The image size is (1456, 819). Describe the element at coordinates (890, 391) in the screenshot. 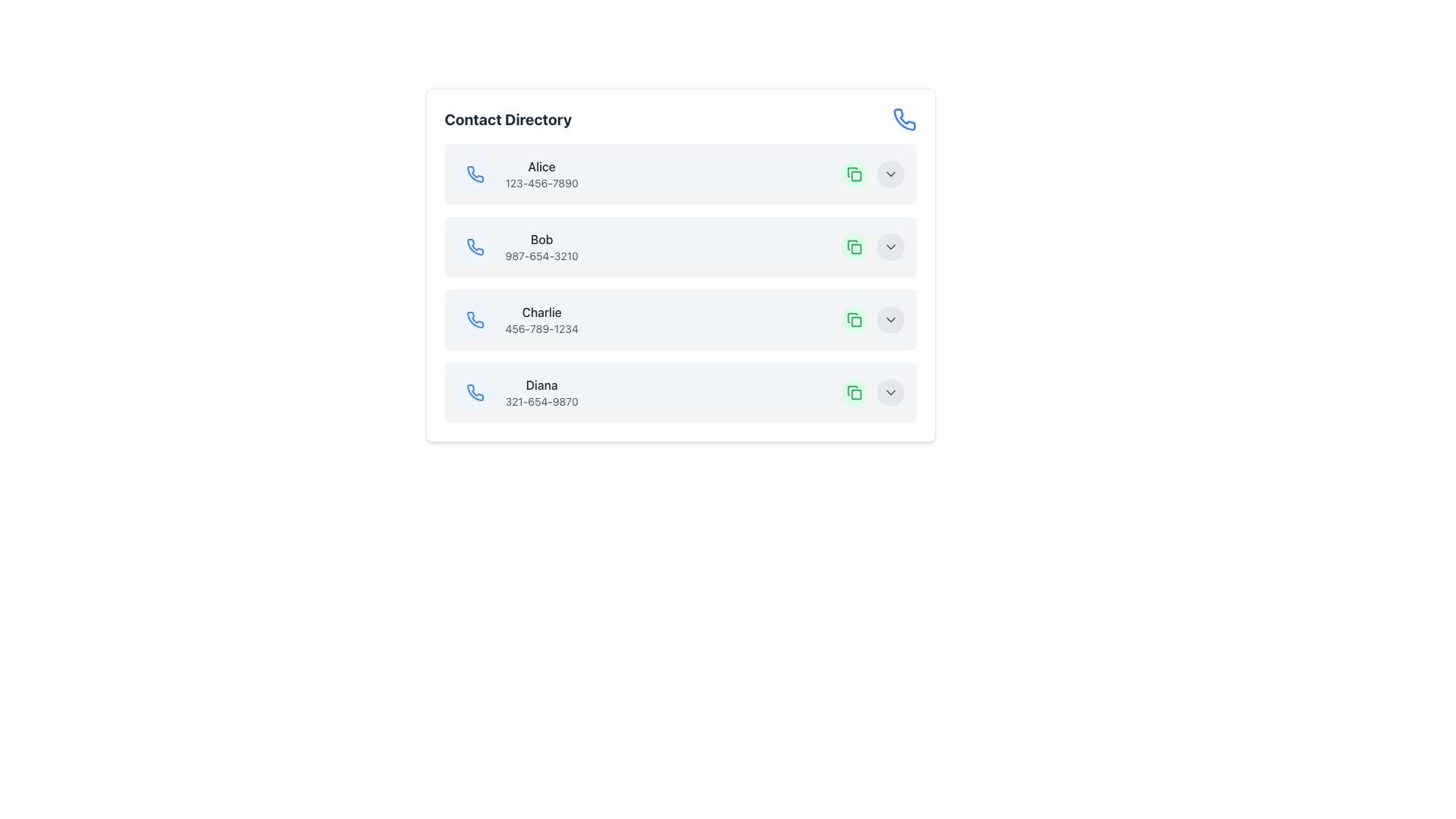

I see `the downward-pointing chevron icon located inside a circular button at the far-right end of the last row in the contact entries list` at that location.